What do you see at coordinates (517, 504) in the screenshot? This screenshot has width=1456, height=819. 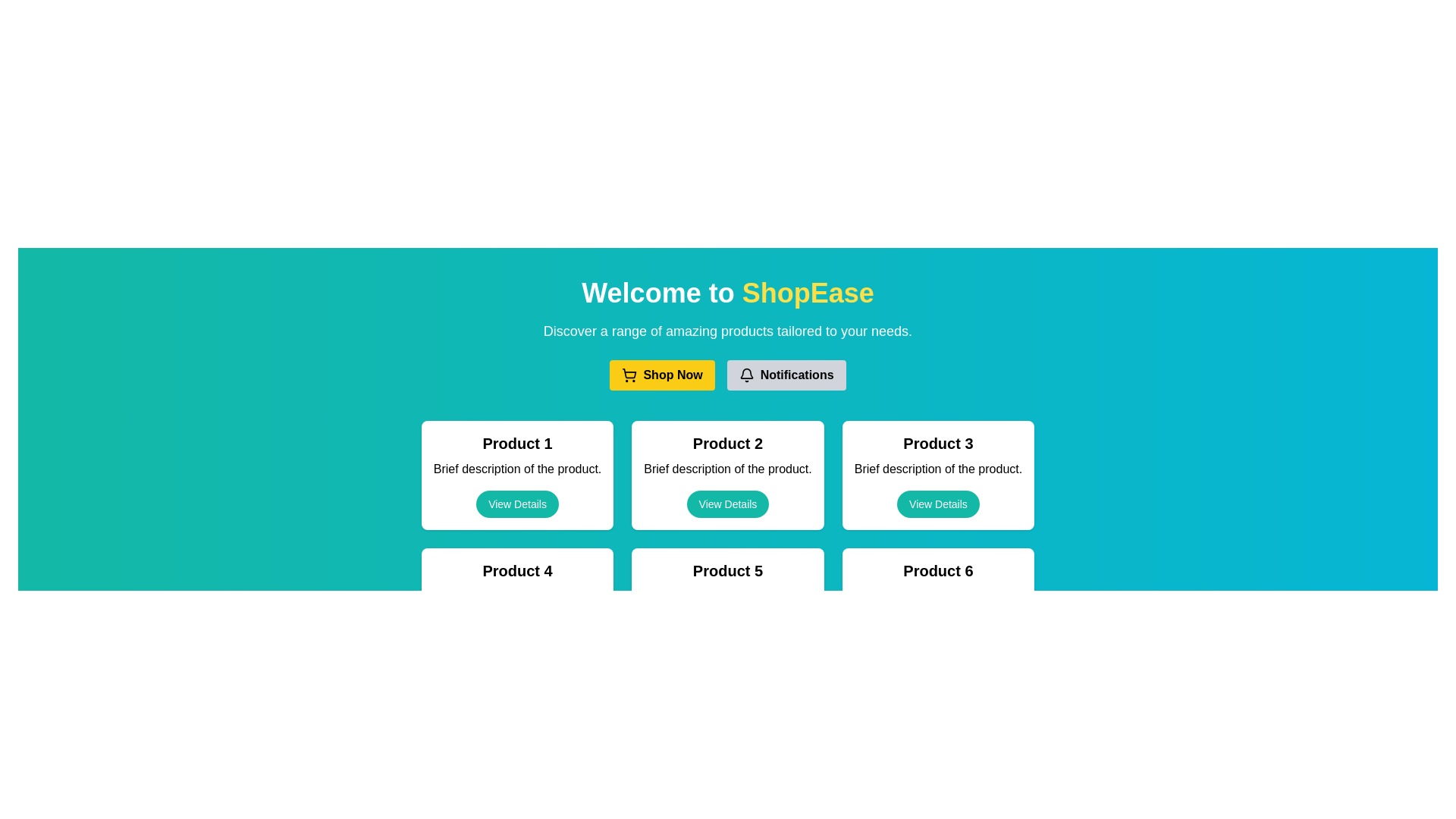 I see `the 'View Details' button with a teal background and white text for keyboard navigation` at bounding box center [517, 504].